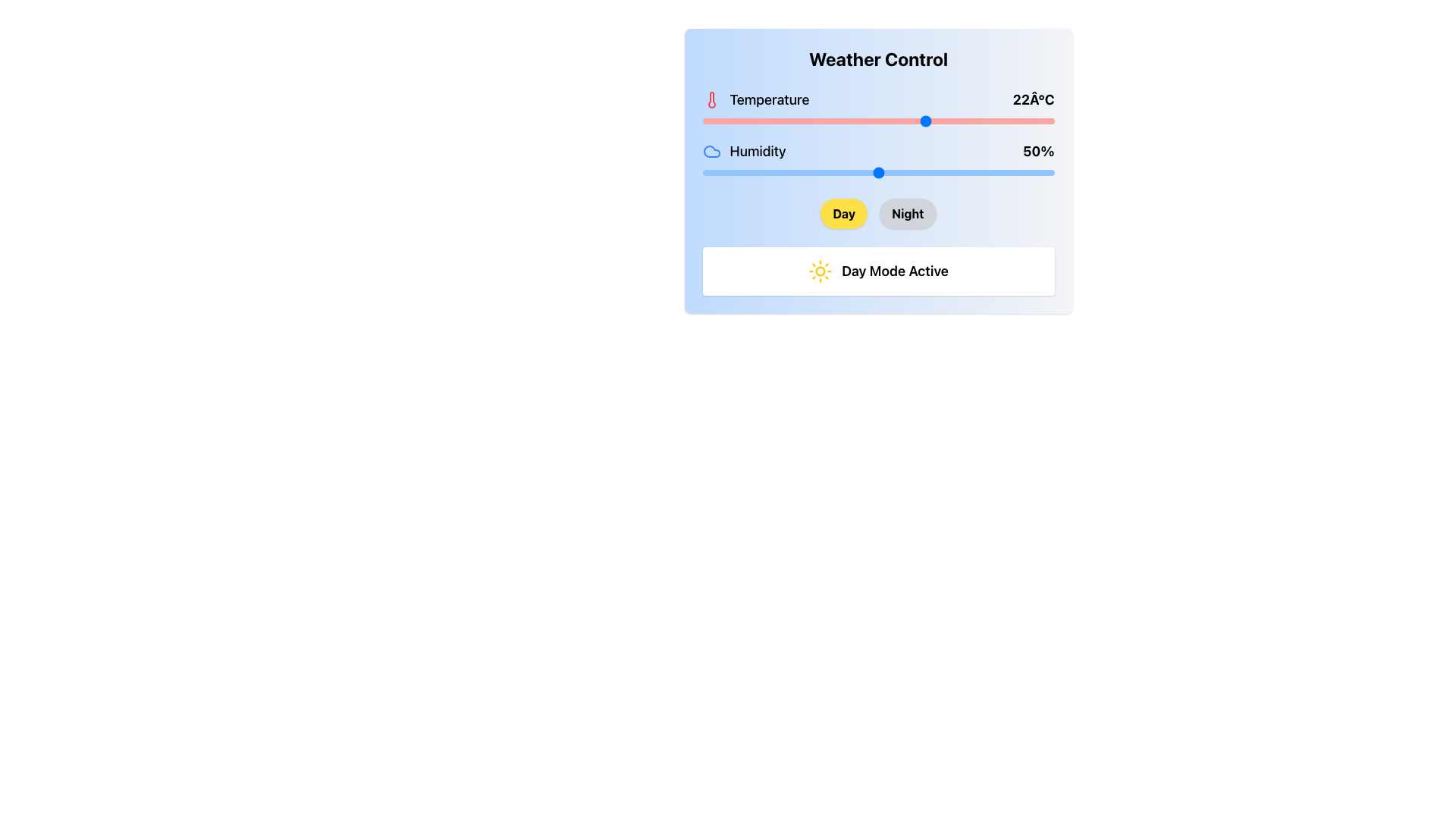  What do you see at coordinates (734, 171) in the screenshot?
I see `the humidity level` at bounding box center [734, 171].